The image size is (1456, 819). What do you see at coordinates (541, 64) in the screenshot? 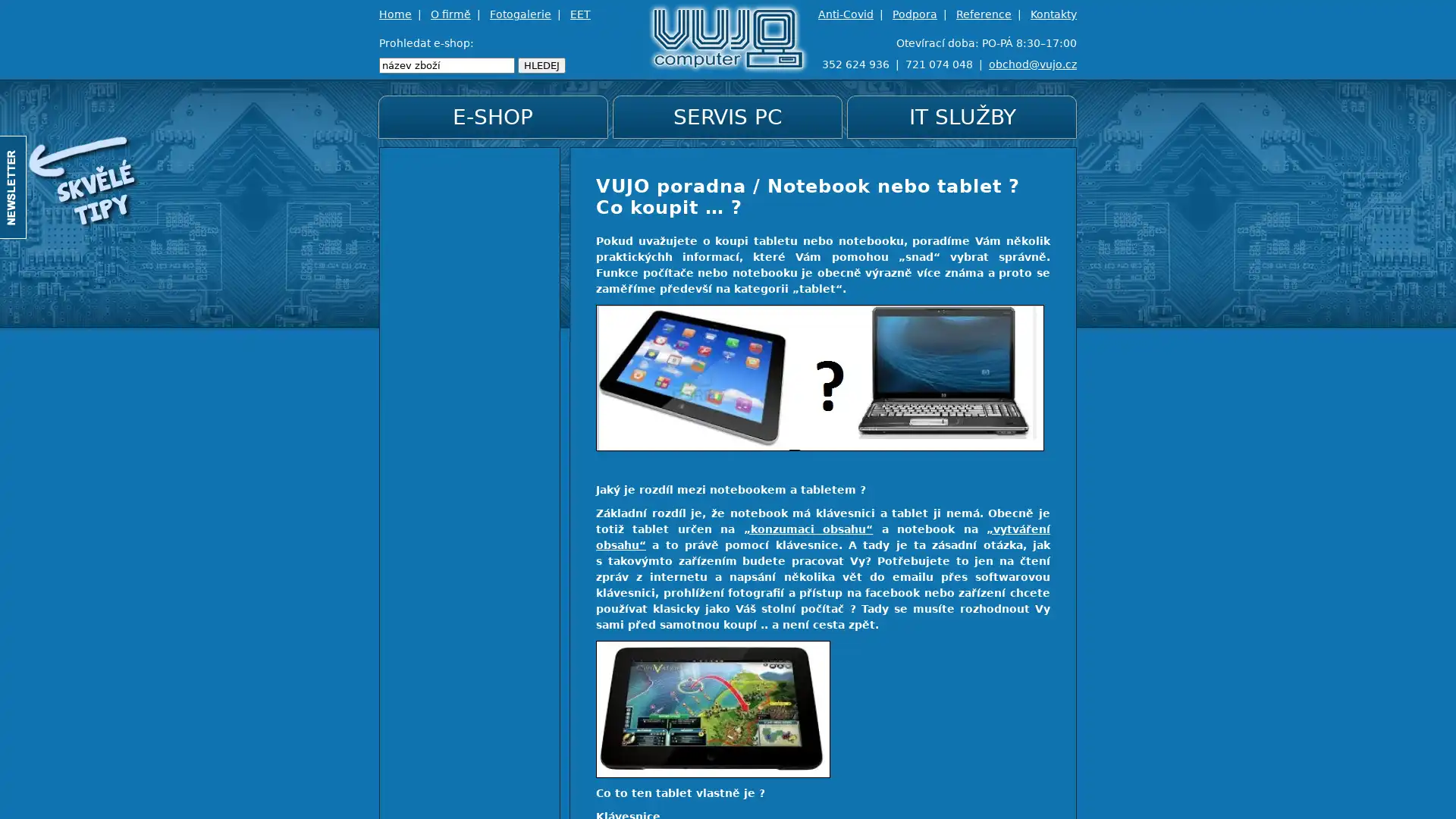
I see `HLEDEJ` at bounding box center [541, 64].